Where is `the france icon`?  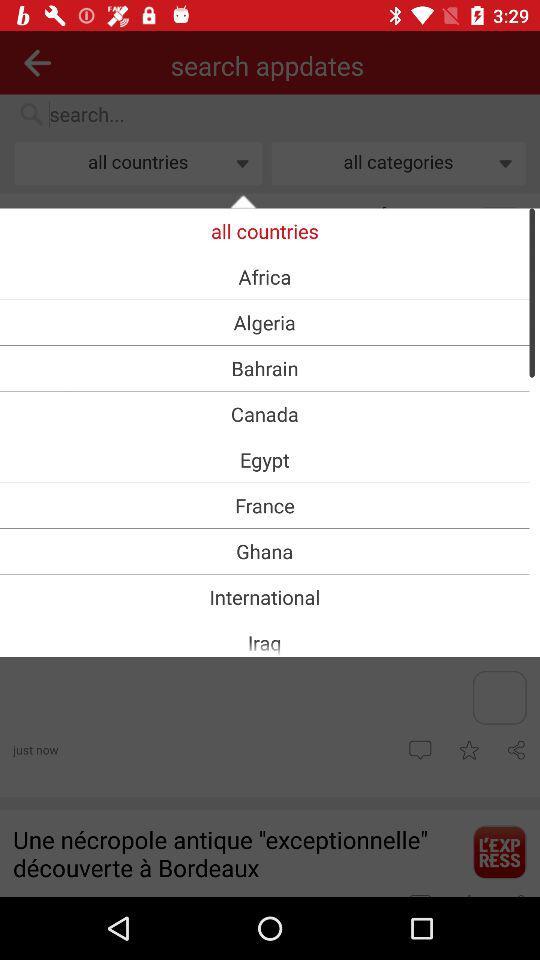
the france icon is located at coordinates (264, 504).